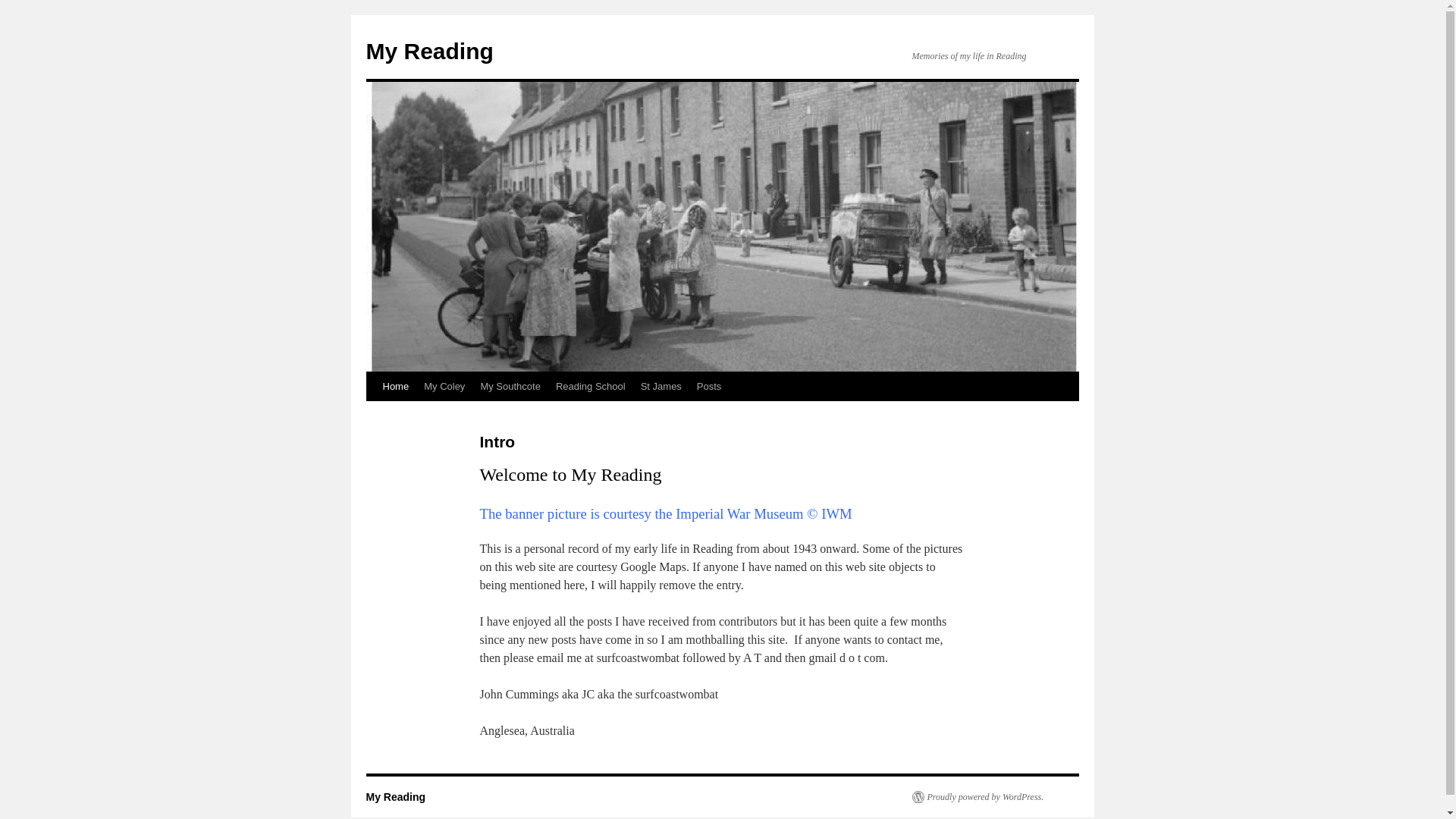 The height and width of the screenshot is (819, 1456). What do you see at coordinates (395, 795) in the screenshot?
I see `'My Reading'` at bounding box center [395, 795].